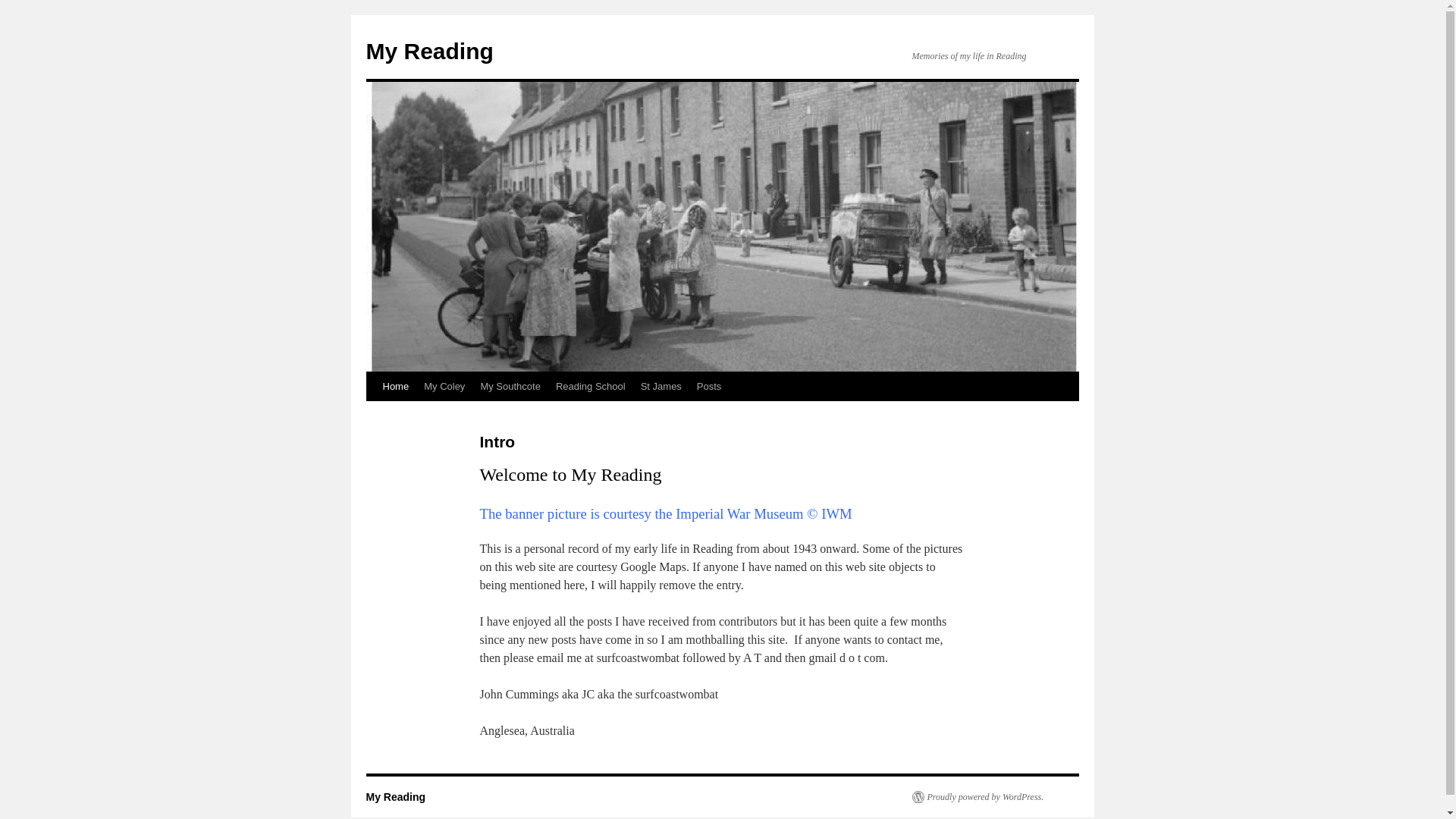 The height and width of the screenshot is (819, 1456). What do you see at coordinates (395, 795) in the screenshot?
I see `'My Reading'` at bounding box center [395, 795].